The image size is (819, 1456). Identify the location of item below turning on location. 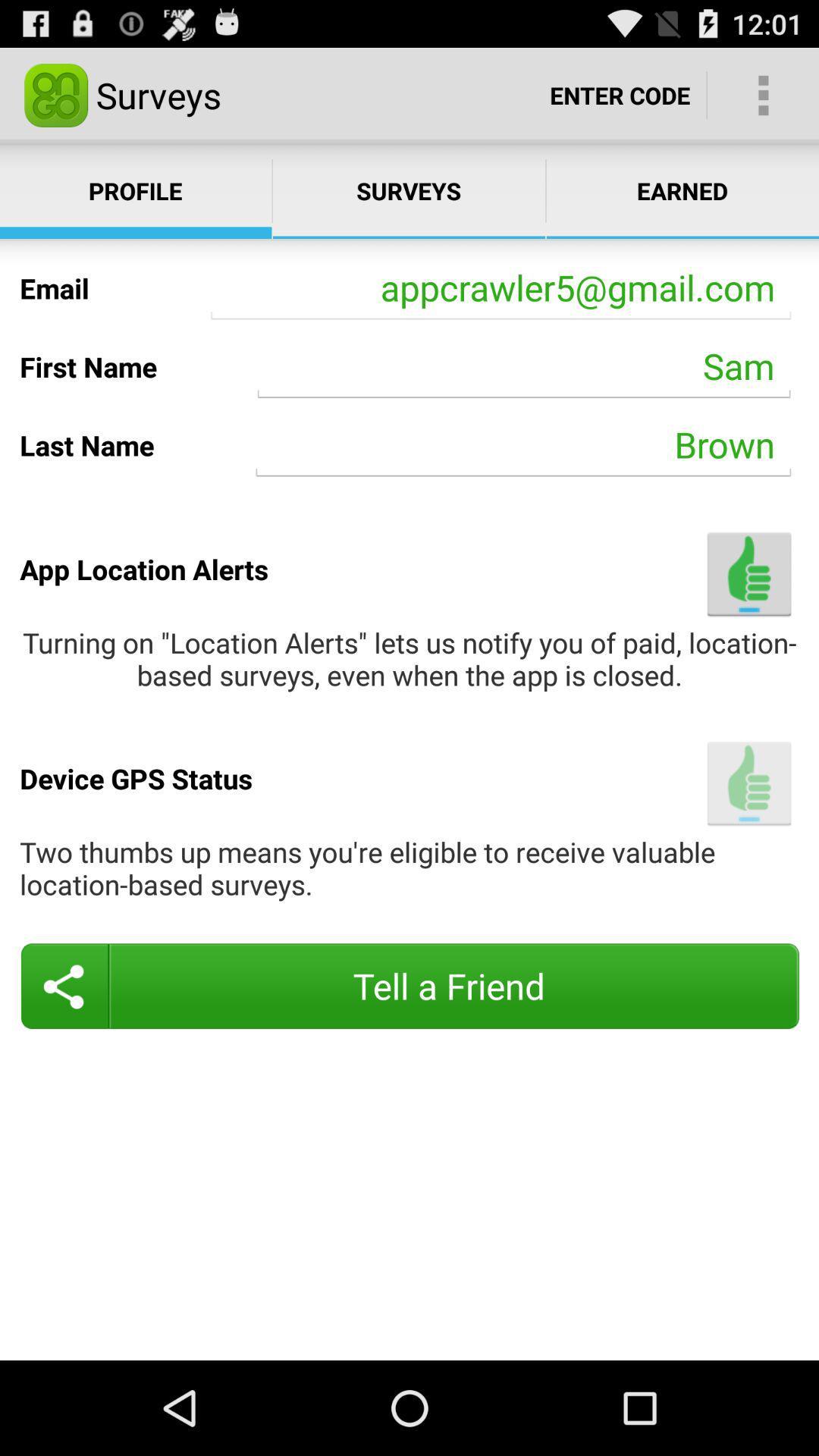
(748, 783).